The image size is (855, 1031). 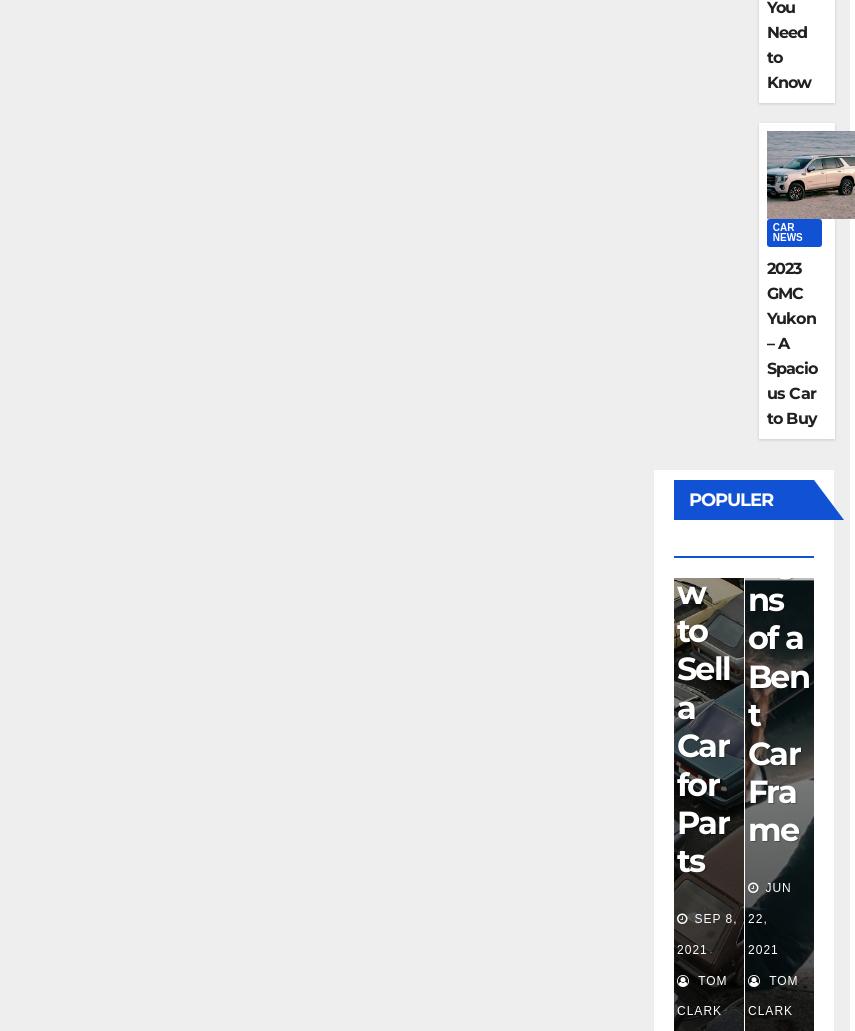 I want to click on 'Car News', so click(x=770, y=232).